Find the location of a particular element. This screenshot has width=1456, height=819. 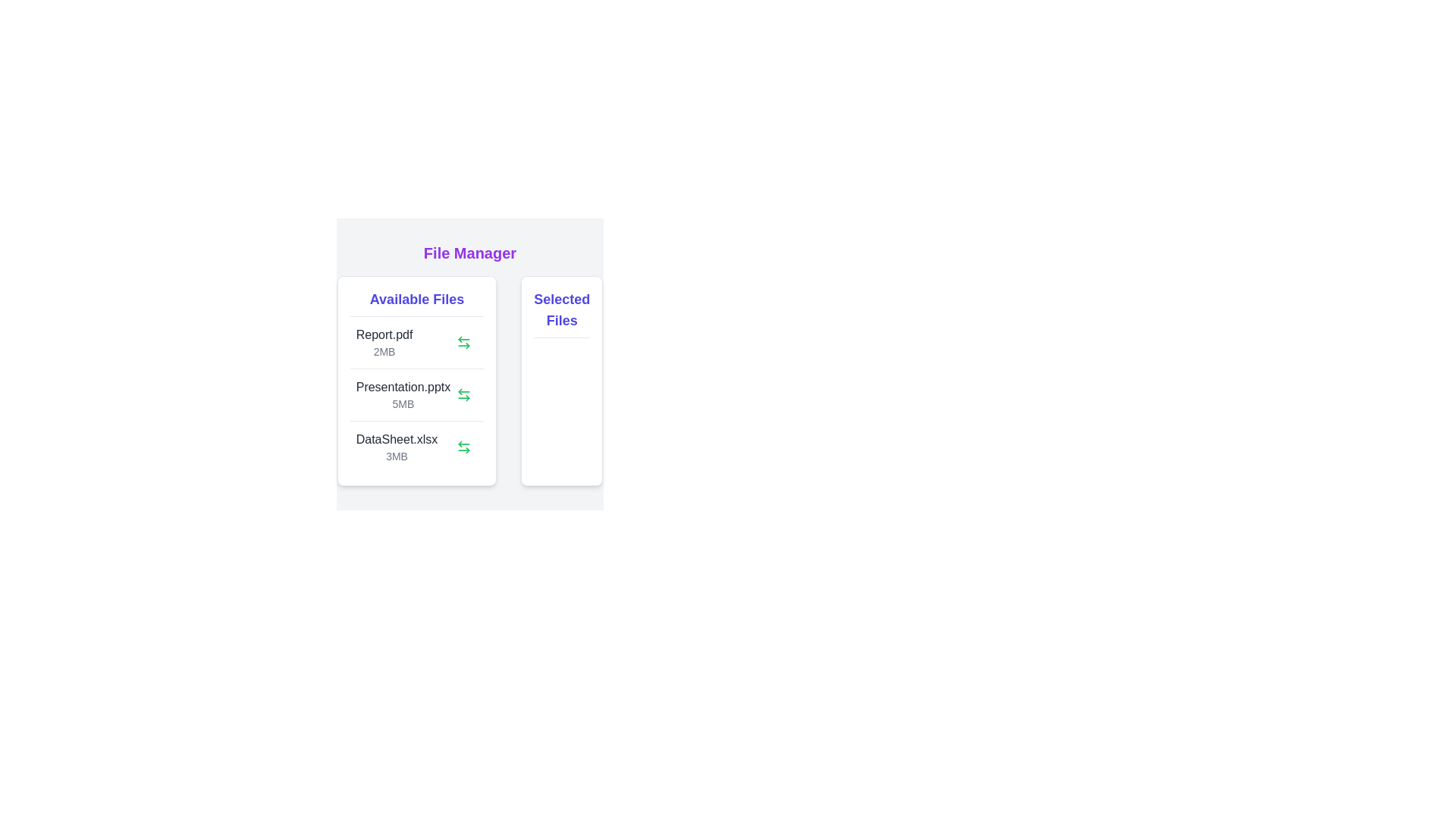

the double arrow icon in green color next to the 'DataSheet.xlsx' file under the 'Available Files' section is located at coordinates (463, 447).